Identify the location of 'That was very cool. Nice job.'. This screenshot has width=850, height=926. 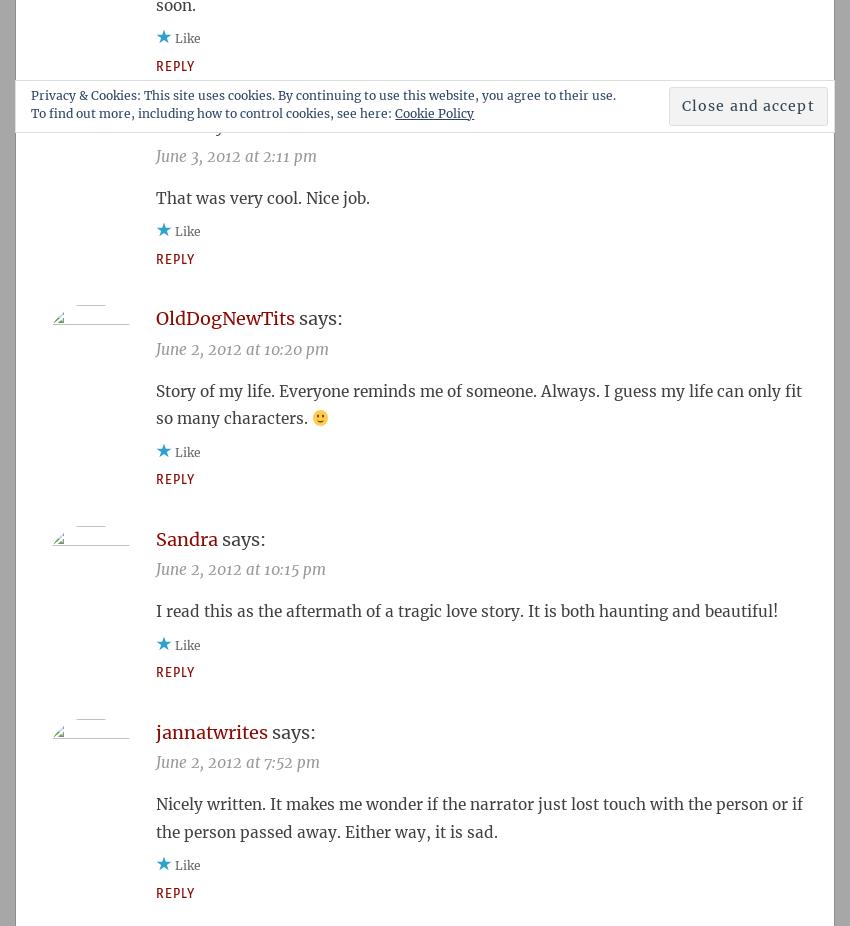
(155, 196).